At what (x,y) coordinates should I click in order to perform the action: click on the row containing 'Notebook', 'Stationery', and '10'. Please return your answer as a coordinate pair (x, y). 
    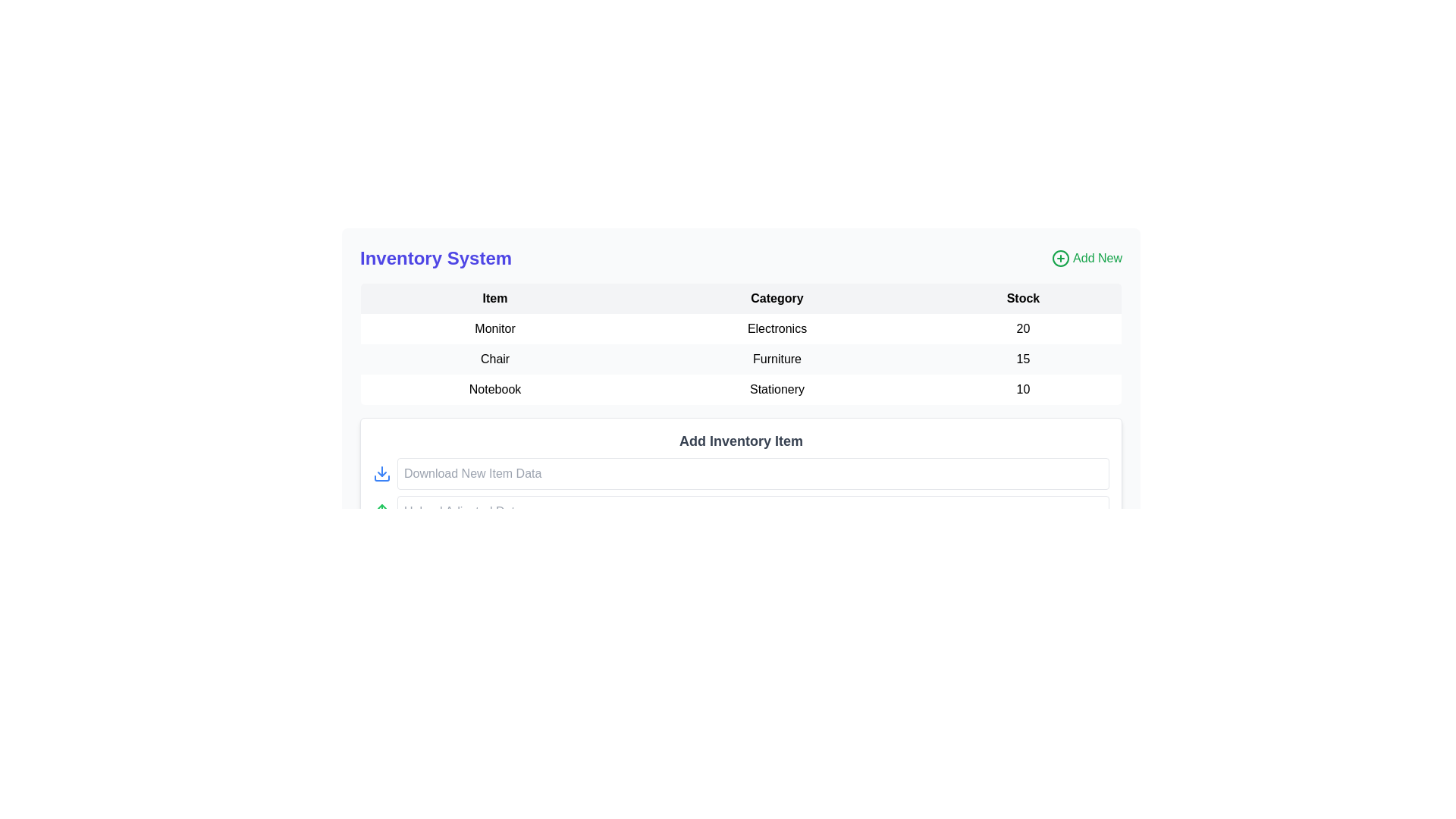
    Looking at the image, I should click on (741, 389).